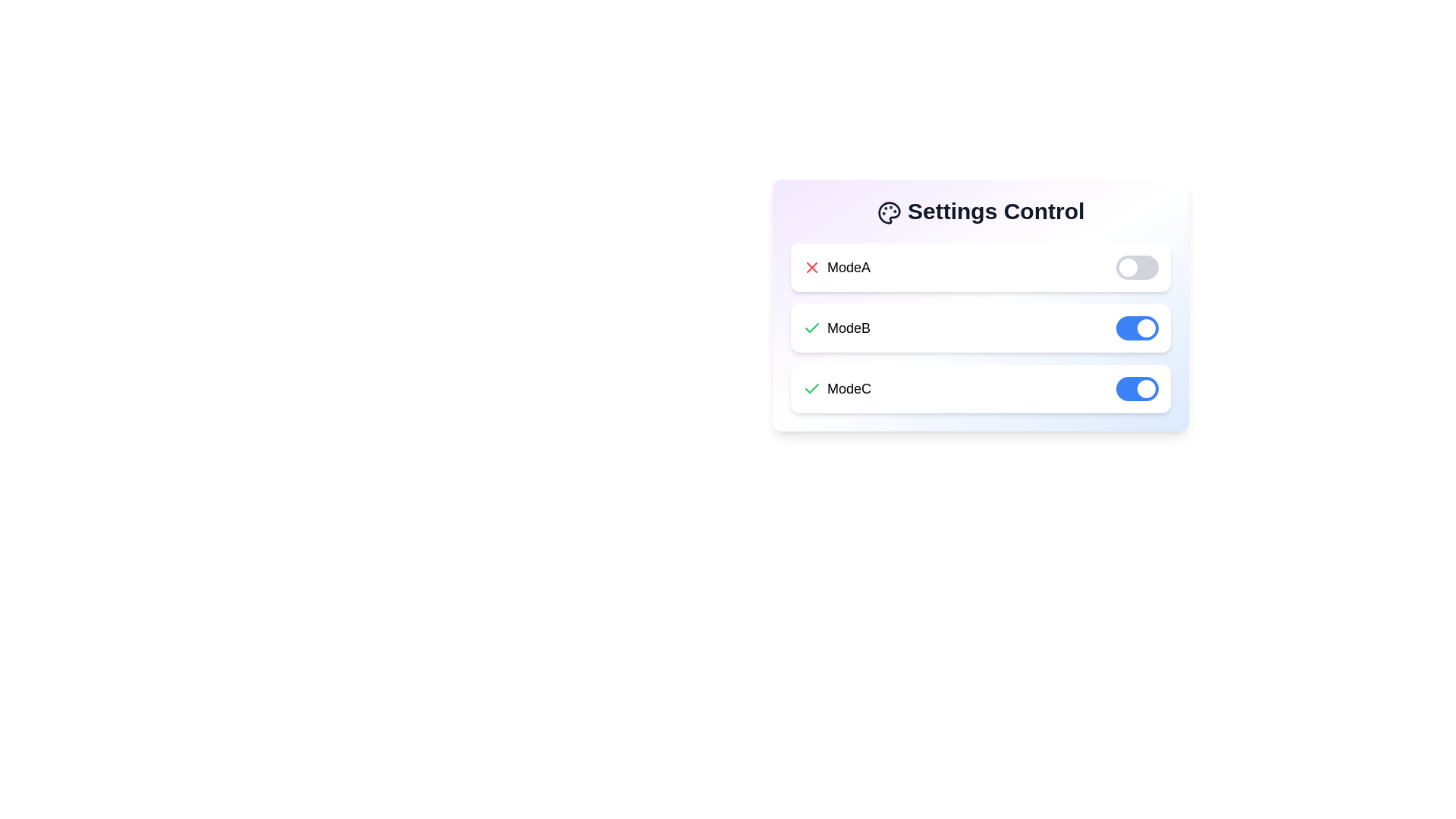 The width and height of the screenshot is (1456, 819). Describe the element at coordinates (1147, 328) in the screenshot. I see `the circular toggle knob for 'ModeB'` at that location.